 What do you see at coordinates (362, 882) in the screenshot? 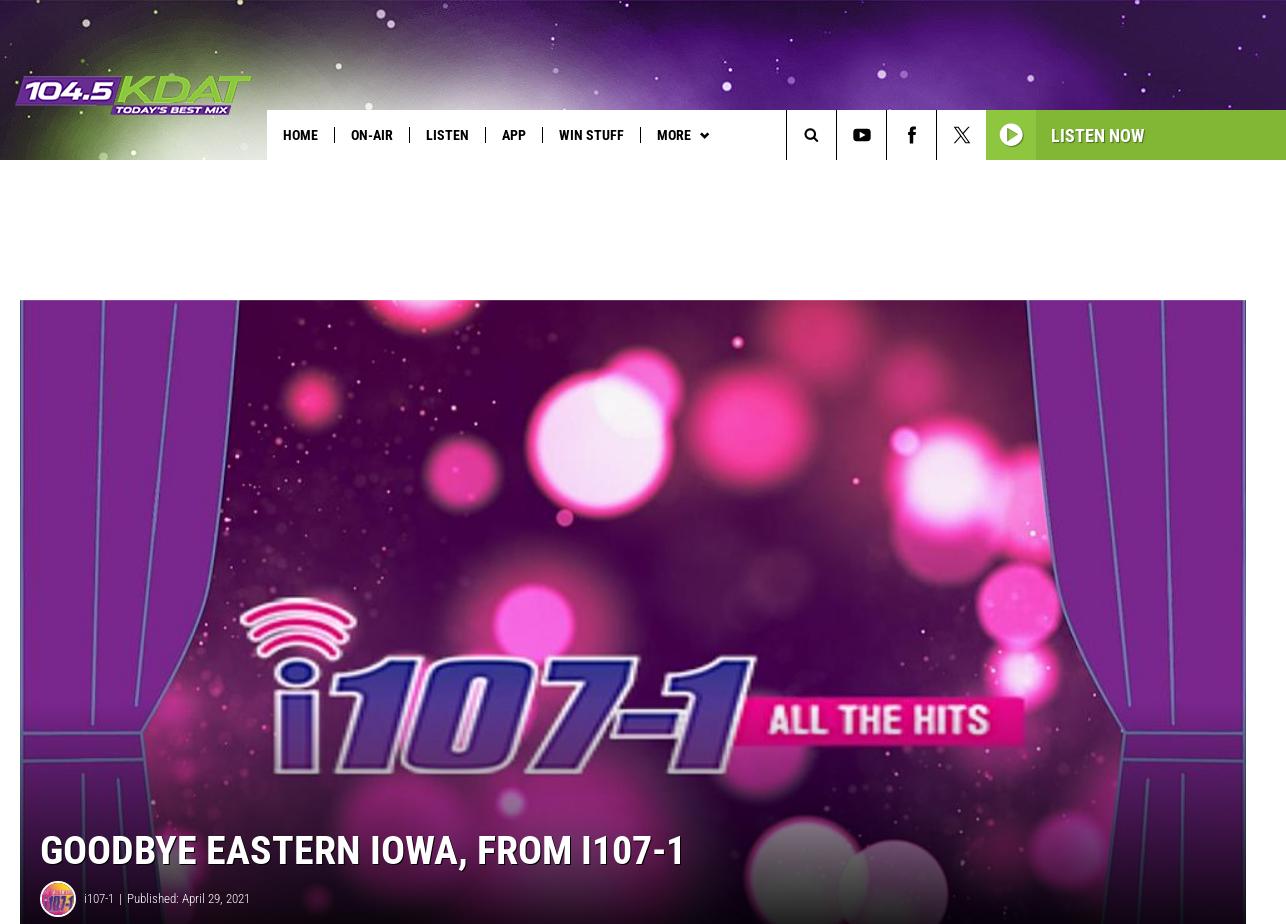
I see `'Goodbye Eastern Iowa, From i107-1'` at bounding box center [362, 882].